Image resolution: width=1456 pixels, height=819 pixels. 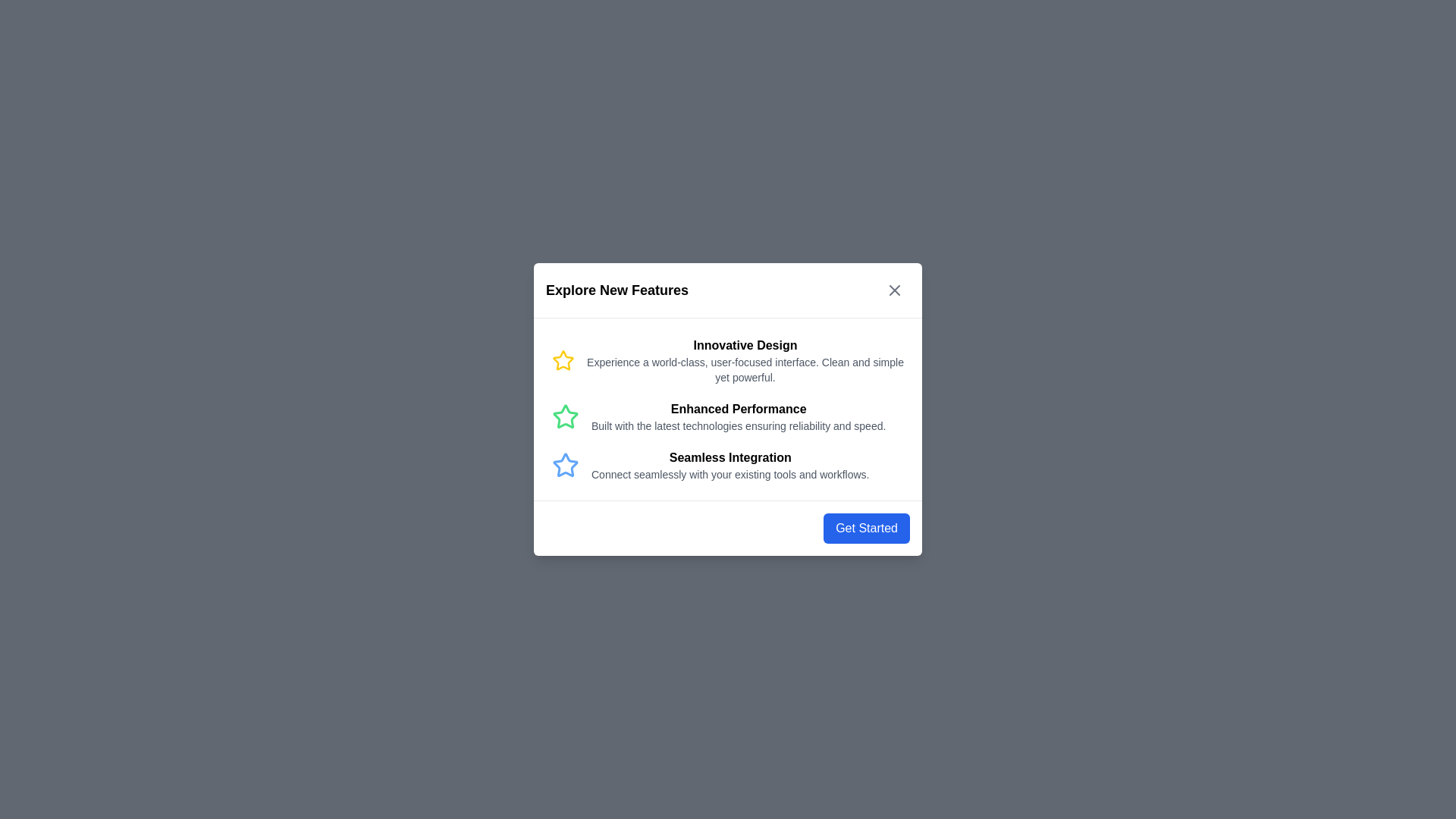 I want to click on the Informational Block, which features a yellow star icon on the left and a bold title 'Innovative Design', situated below the header 'Explore New Features', so click(x=728, y=360).